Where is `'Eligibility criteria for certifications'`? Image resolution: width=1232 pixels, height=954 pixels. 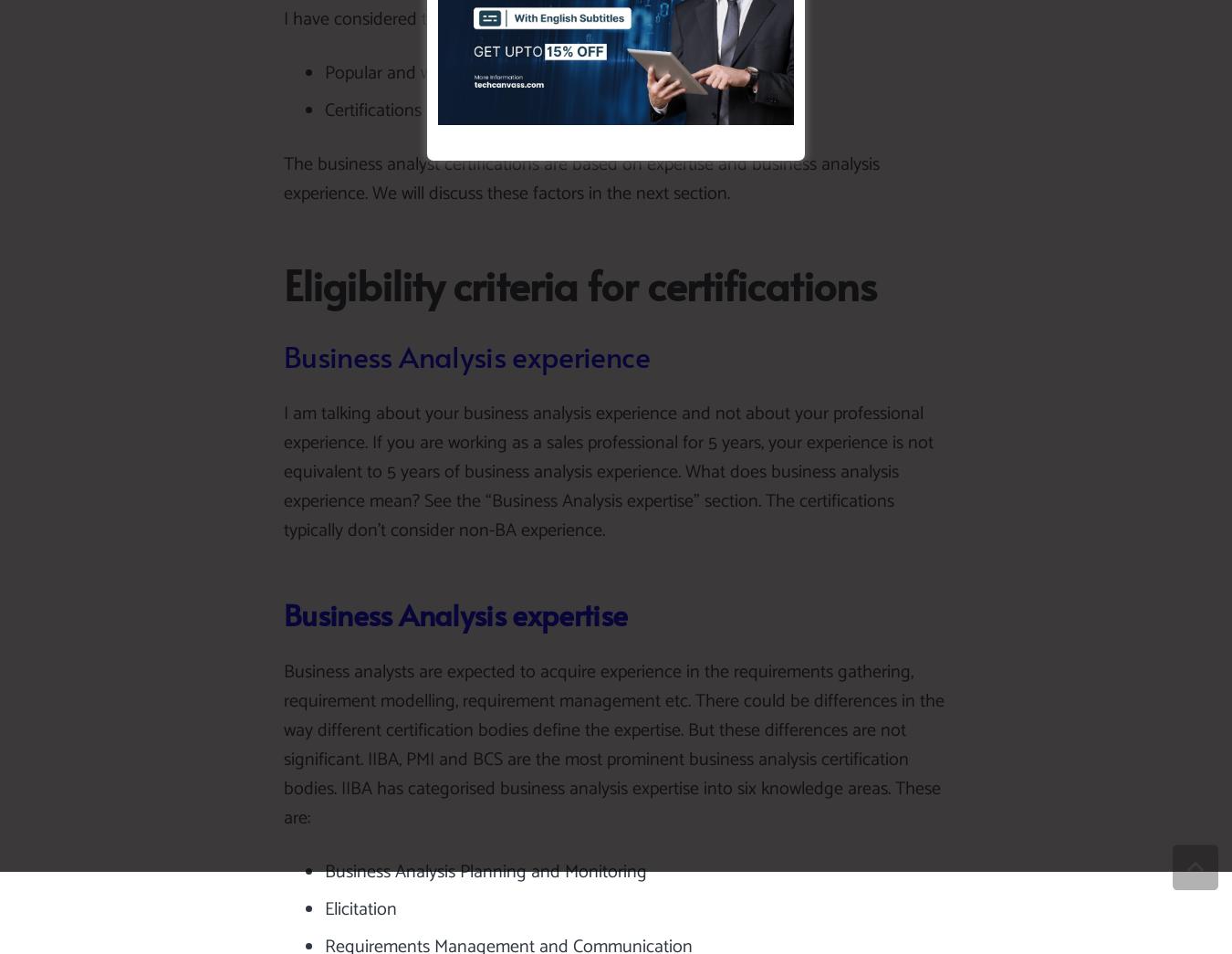
'Eligibility criteria for certifications' is located at coordinates (579, 284).